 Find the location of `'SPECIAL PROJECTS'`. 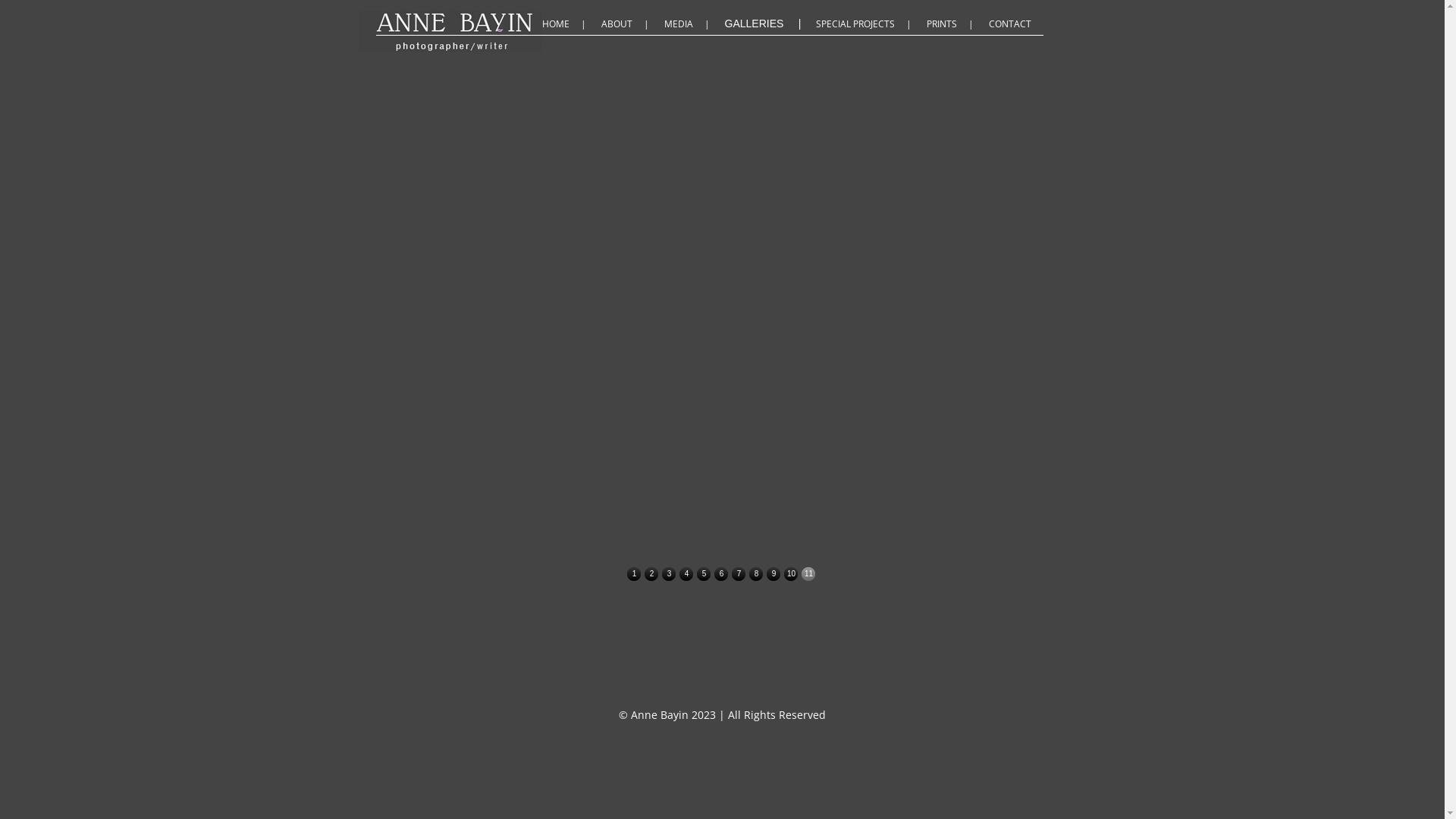

'SPECIAL PROJECTS' is located at coordinates (866, 24).